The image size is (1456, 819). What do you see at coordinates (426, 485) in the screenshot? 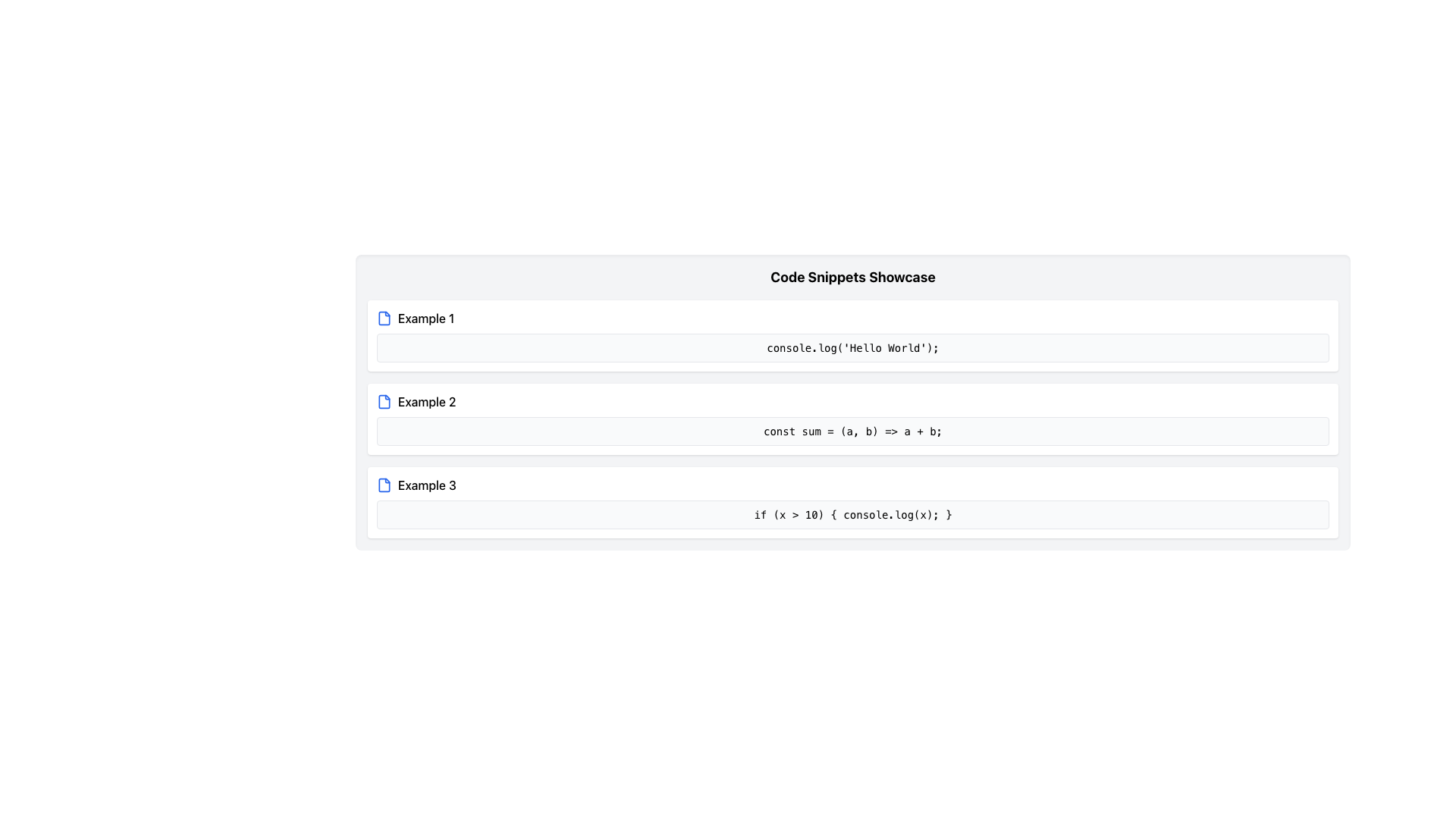
I see `text from the label displaying 'Example 3', which is styled in a medium-weight, clean, sans-serif font and positioned to the right of a blue-colored file icon` at bounding box center [426, 485].